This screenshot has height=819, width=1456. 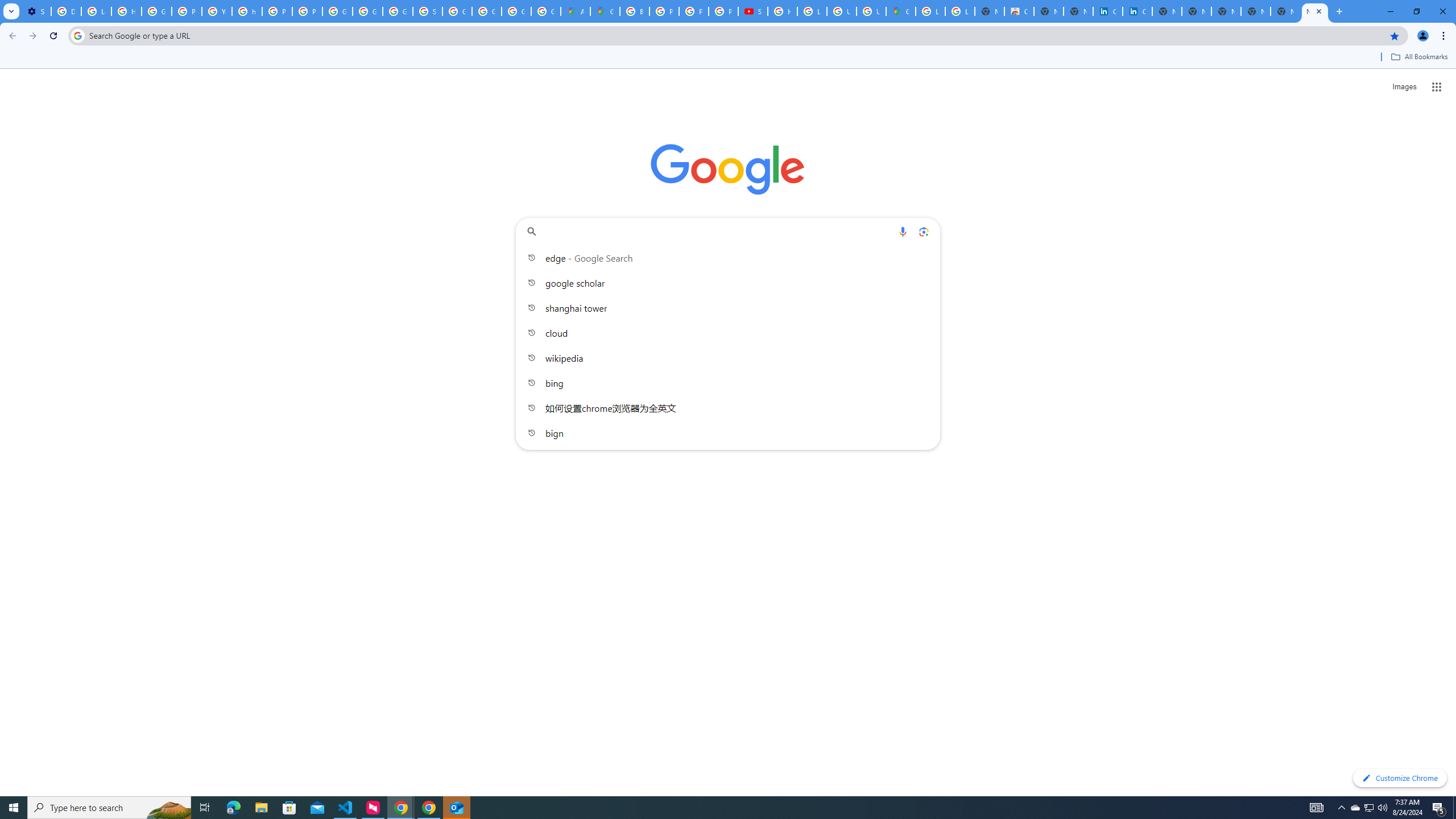 What do you see at coordinates (427, 11) in the screenshot?
I see `'Sign in - Google Accounts'` at bounding box center [427, 11].